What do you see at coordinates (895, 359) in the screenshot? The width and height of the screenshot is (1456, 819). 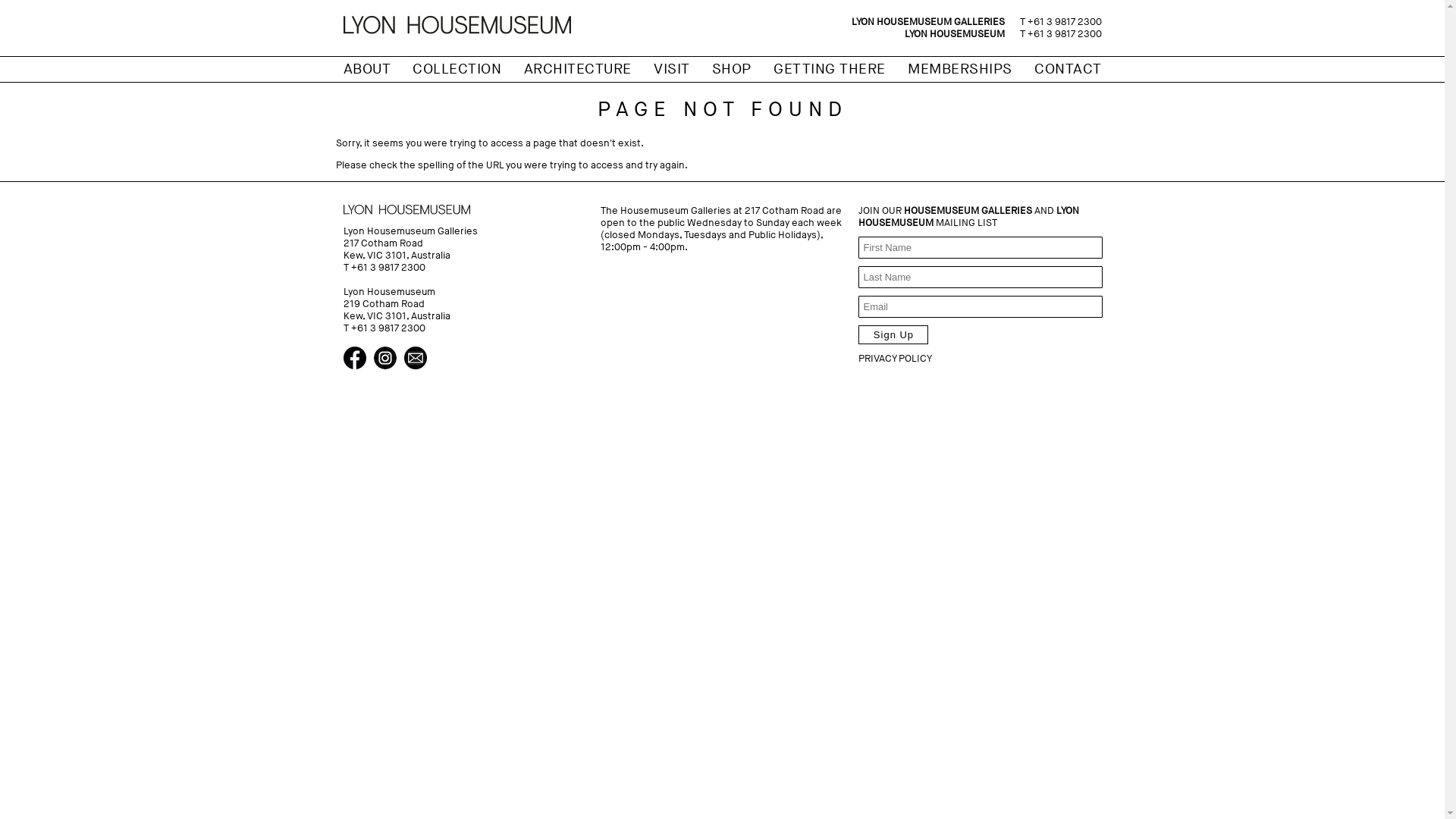 I see `'PRIVACY POLICY'` at bounding box center [895, 359].